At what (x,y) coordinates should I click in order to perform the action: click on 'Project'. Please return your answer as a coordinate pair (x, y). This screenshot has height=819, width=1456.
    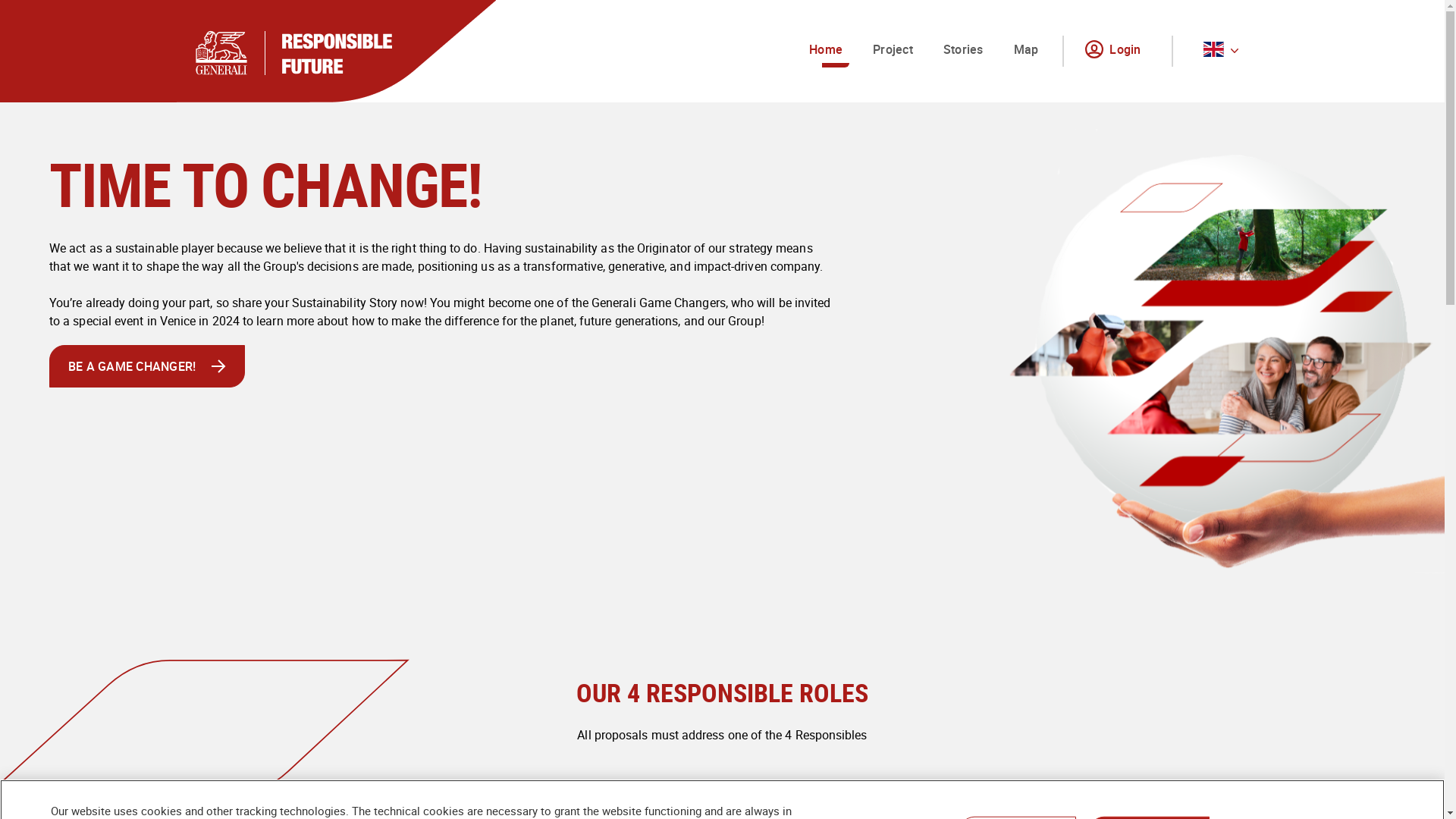
    Looking at the image, I should click on (866, 50).